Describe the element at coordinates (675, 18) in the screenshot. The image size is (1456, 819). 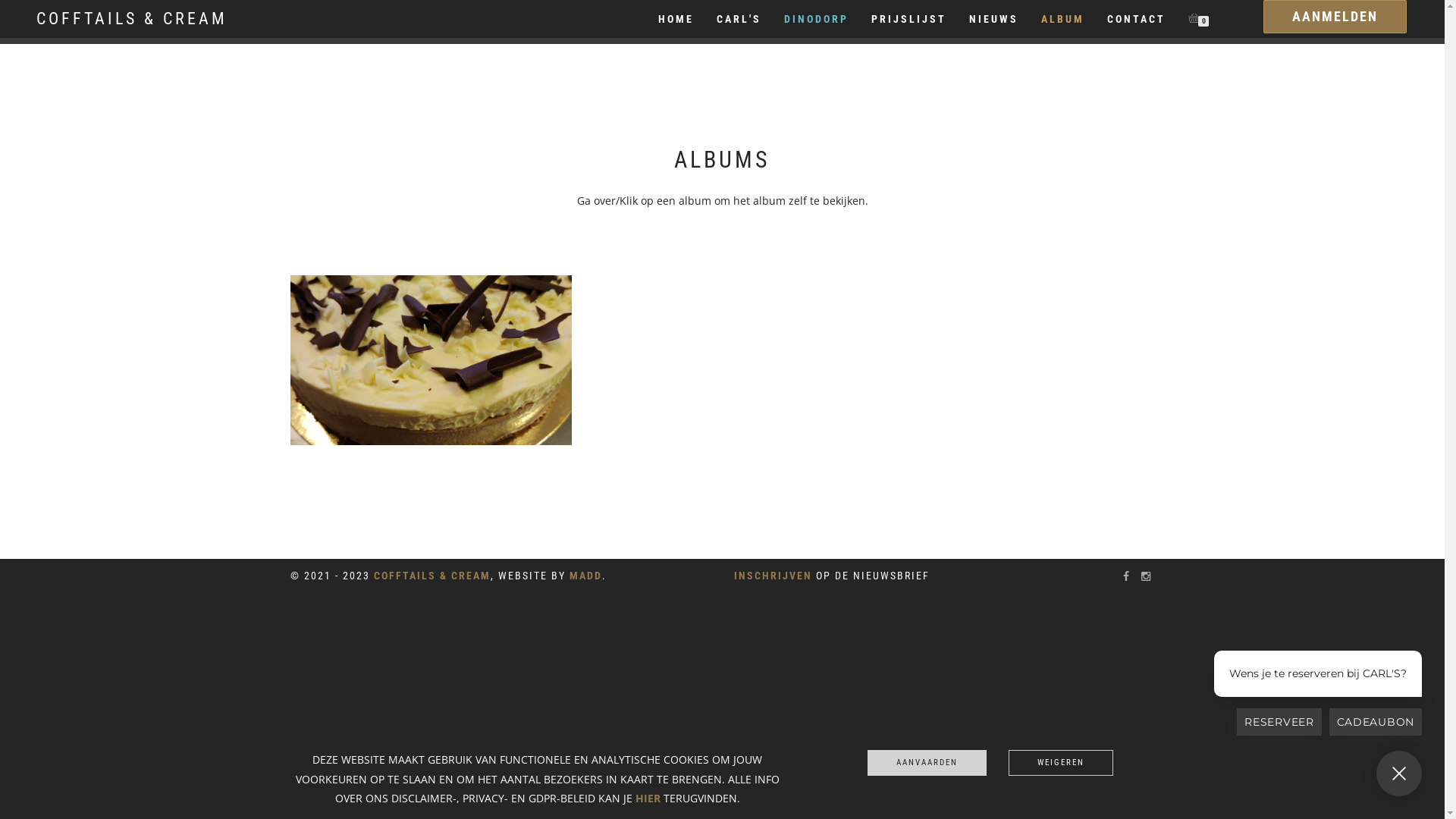
I see `'HOME'` at that location.